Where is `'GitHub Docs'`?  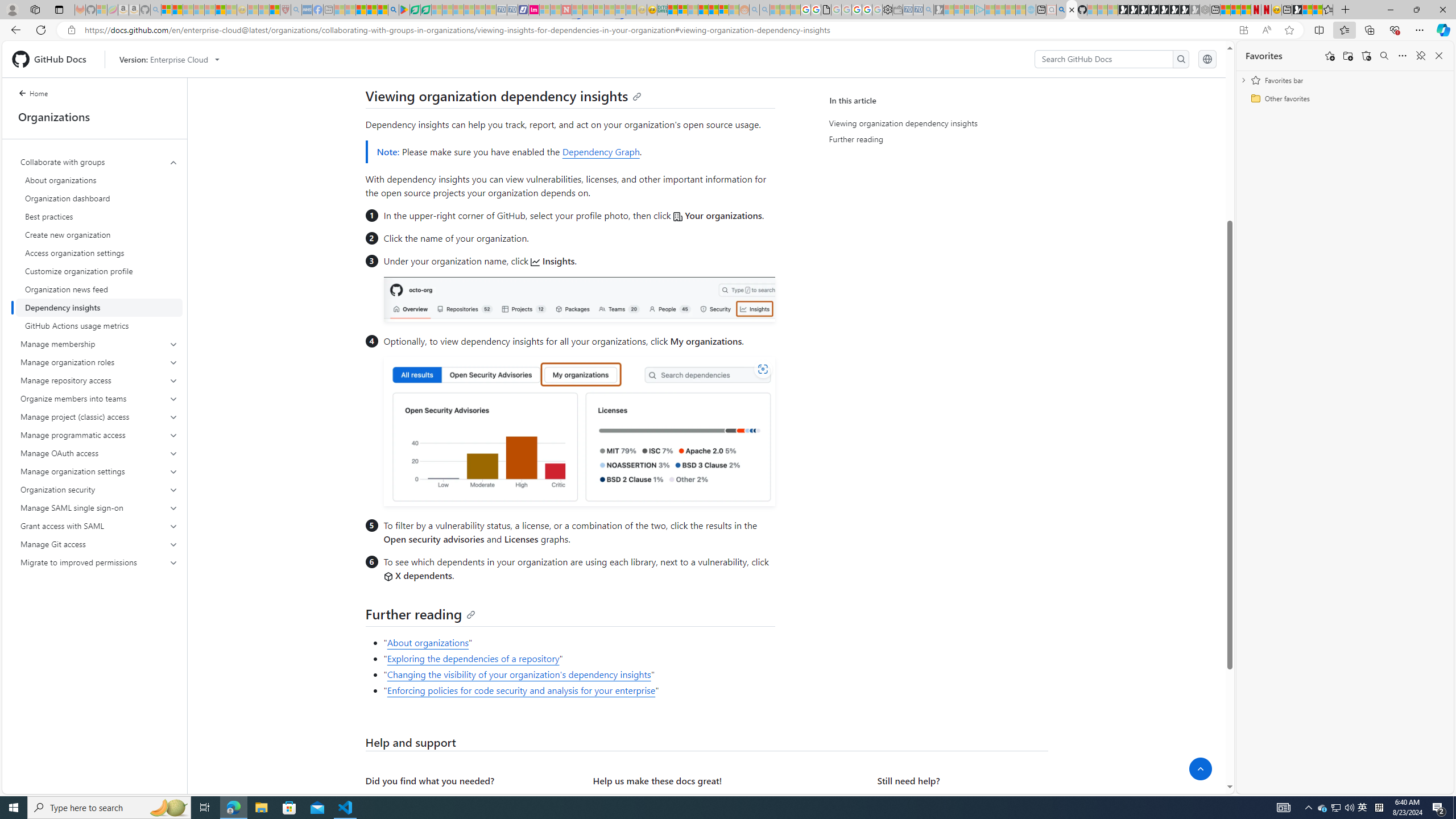 'GitHub Docs' is located at coordinates (53, 59).